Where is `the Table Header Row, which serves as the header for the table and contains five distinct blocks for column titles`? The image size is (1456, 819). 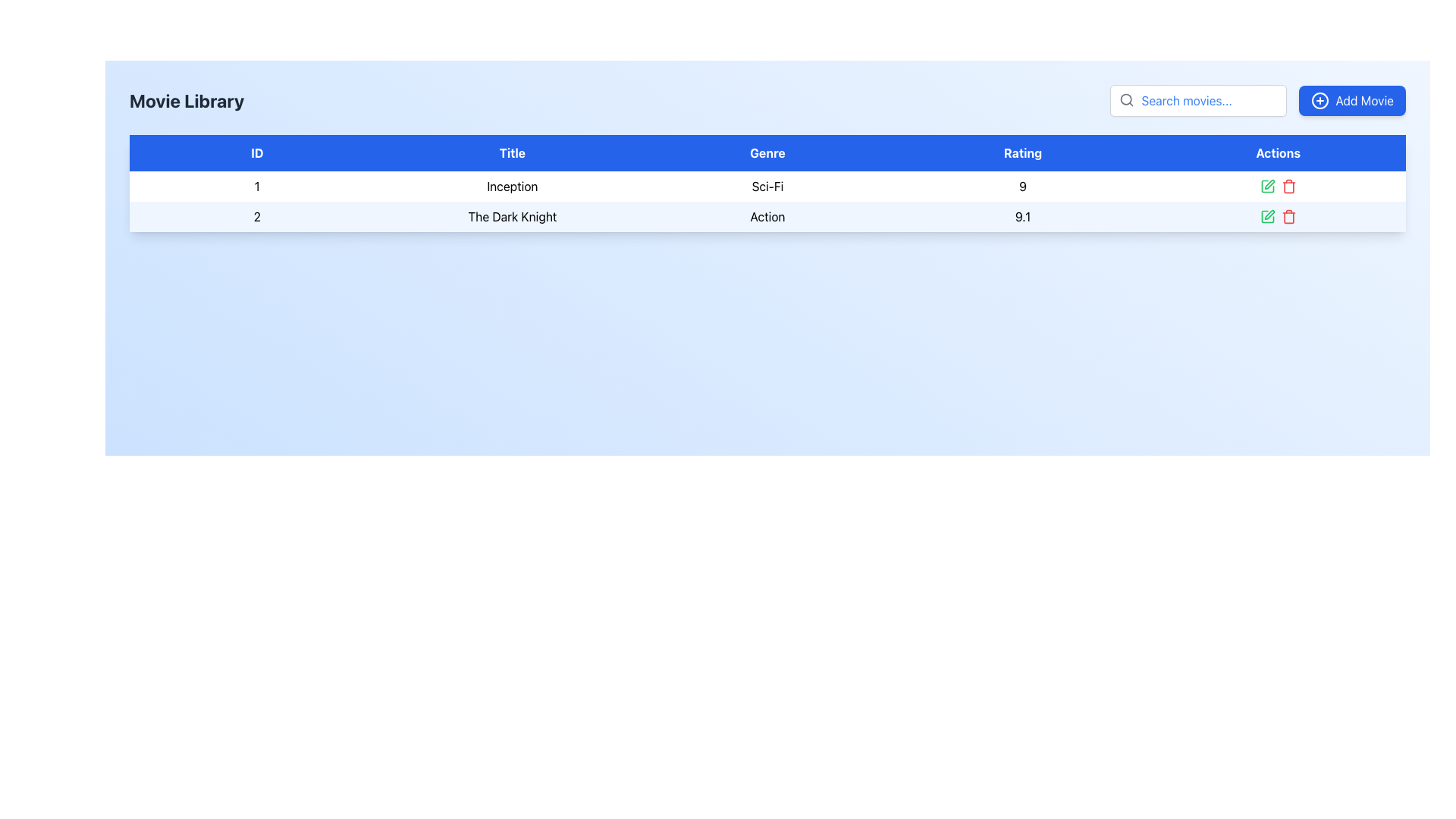
the Table Header Row, which serves as the header for the table and contains five distinct blocks for column titles is located at coordinates (767, 152).